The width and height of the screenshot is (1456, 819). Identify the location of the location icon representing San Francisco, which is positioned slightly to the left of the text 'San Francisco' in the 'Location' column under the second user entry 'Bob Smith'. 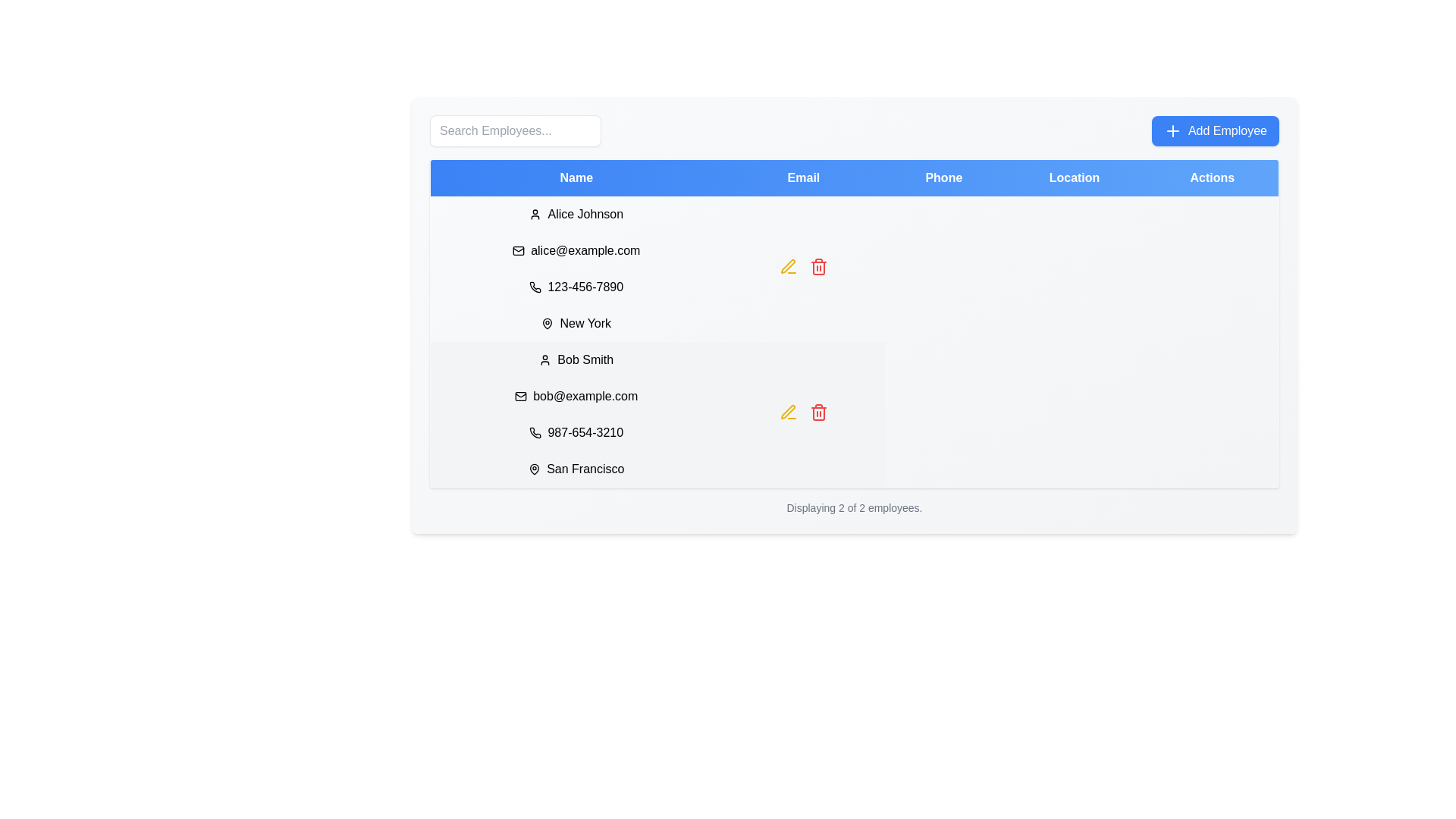
(535, 468).